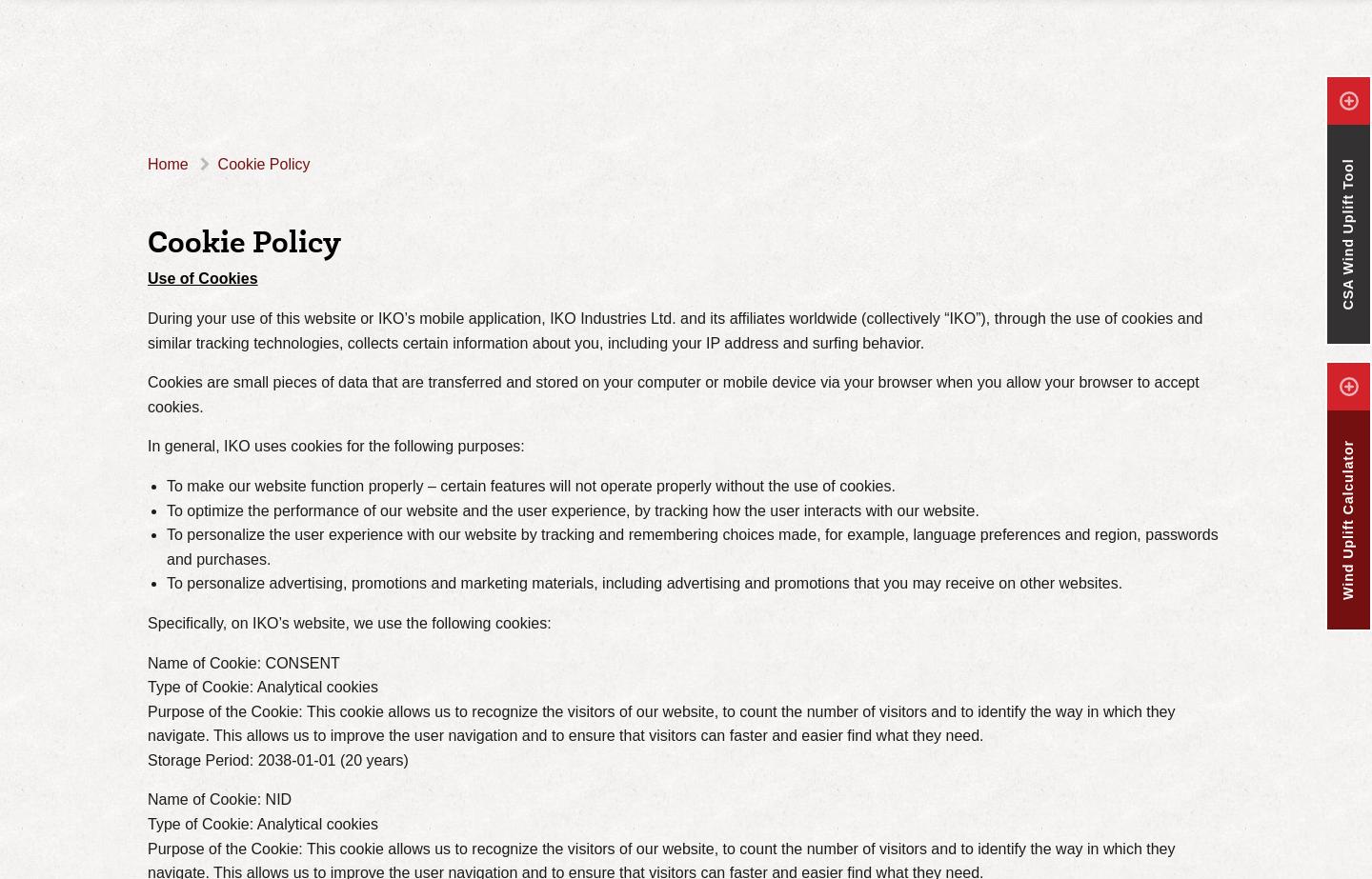 The image size is (1372, 879). I want to click on 'Permeable', so click(545, 59).